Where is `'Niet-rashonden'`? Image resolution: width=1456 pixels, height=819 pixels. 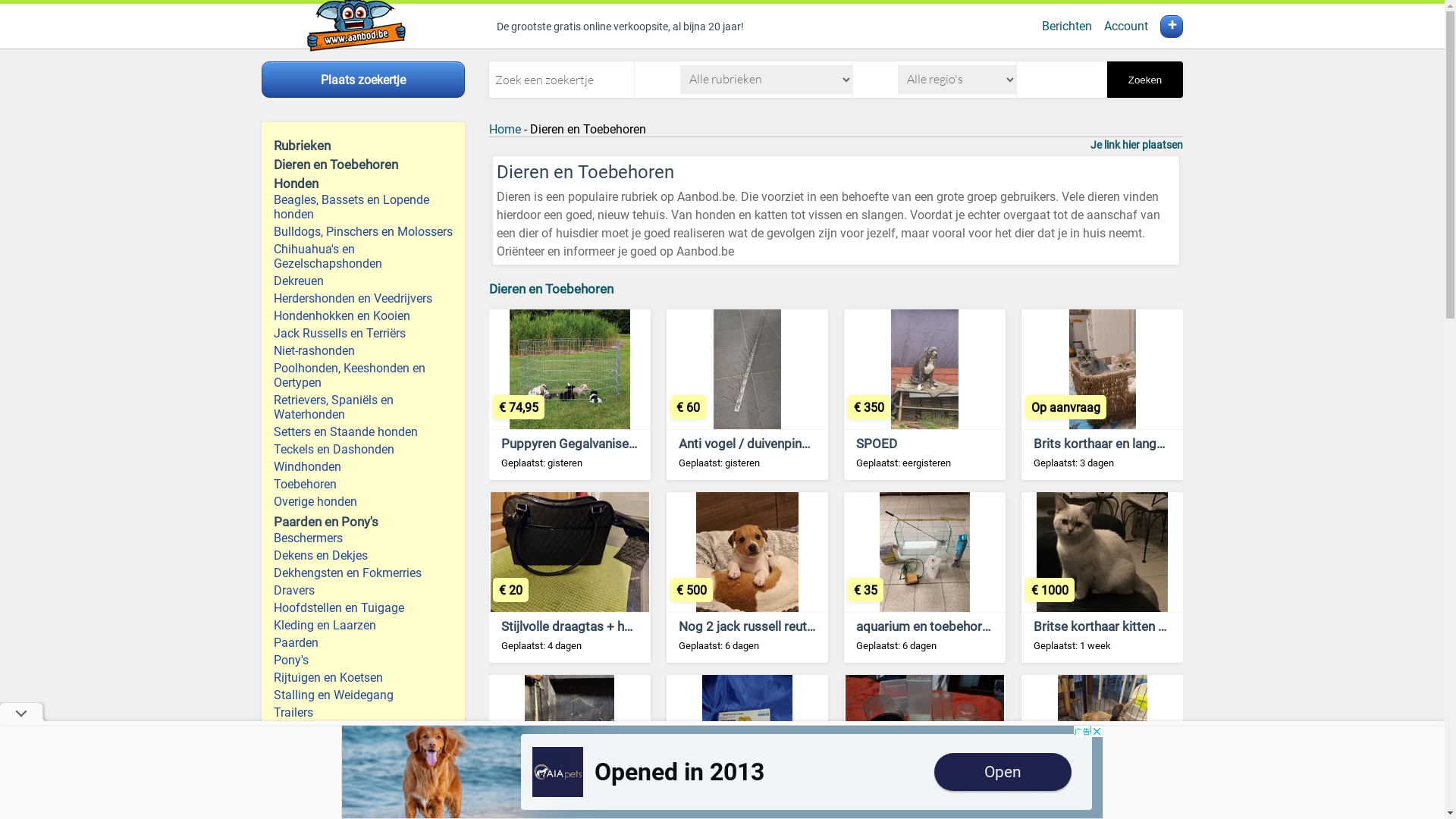 'Niet-rashonden' is located at coordinates (273, 350).